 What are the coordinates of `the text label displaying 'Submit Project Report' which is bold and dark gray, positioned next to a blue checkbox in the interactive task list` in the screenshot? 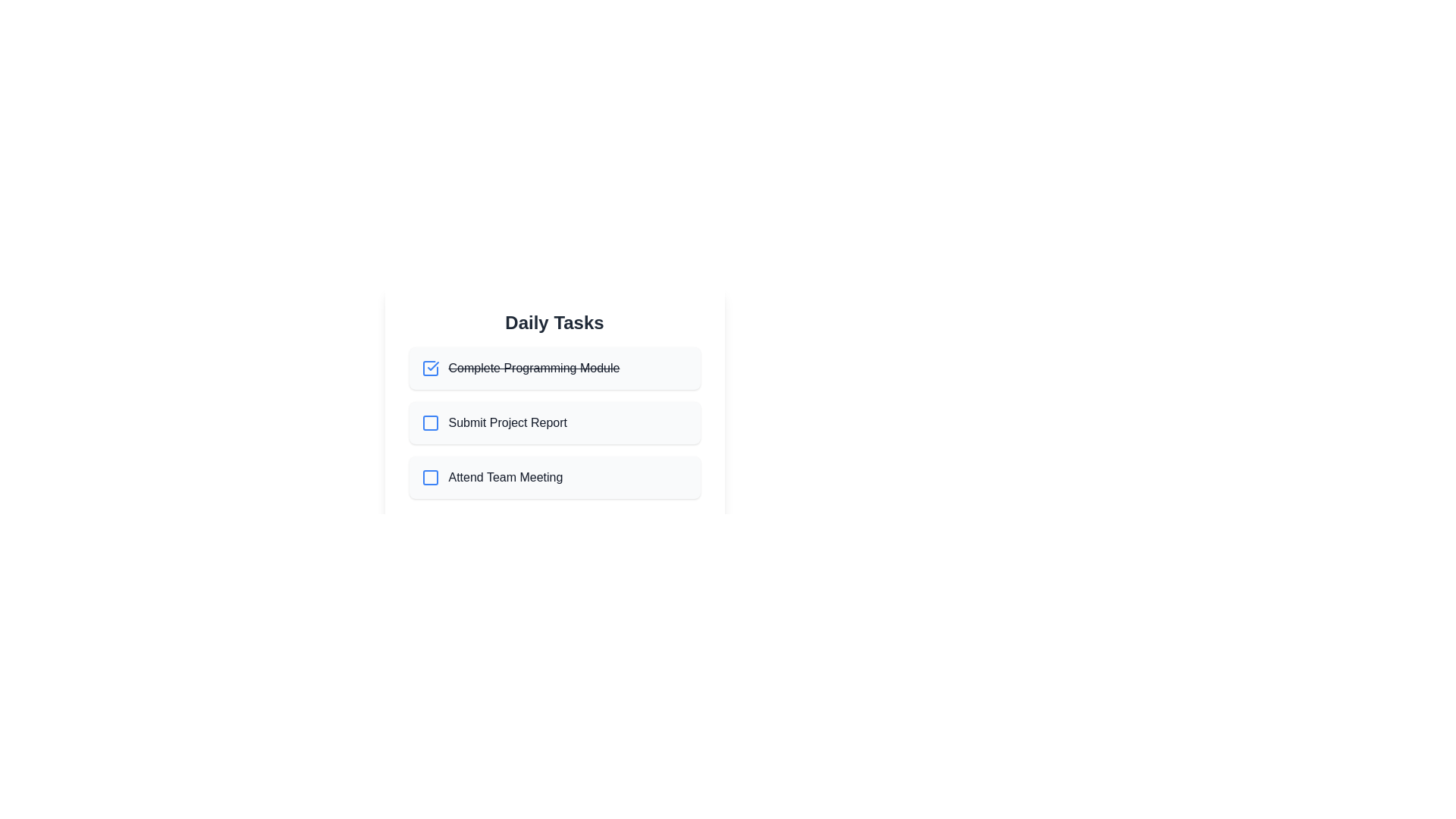 It's located at (507, 423).